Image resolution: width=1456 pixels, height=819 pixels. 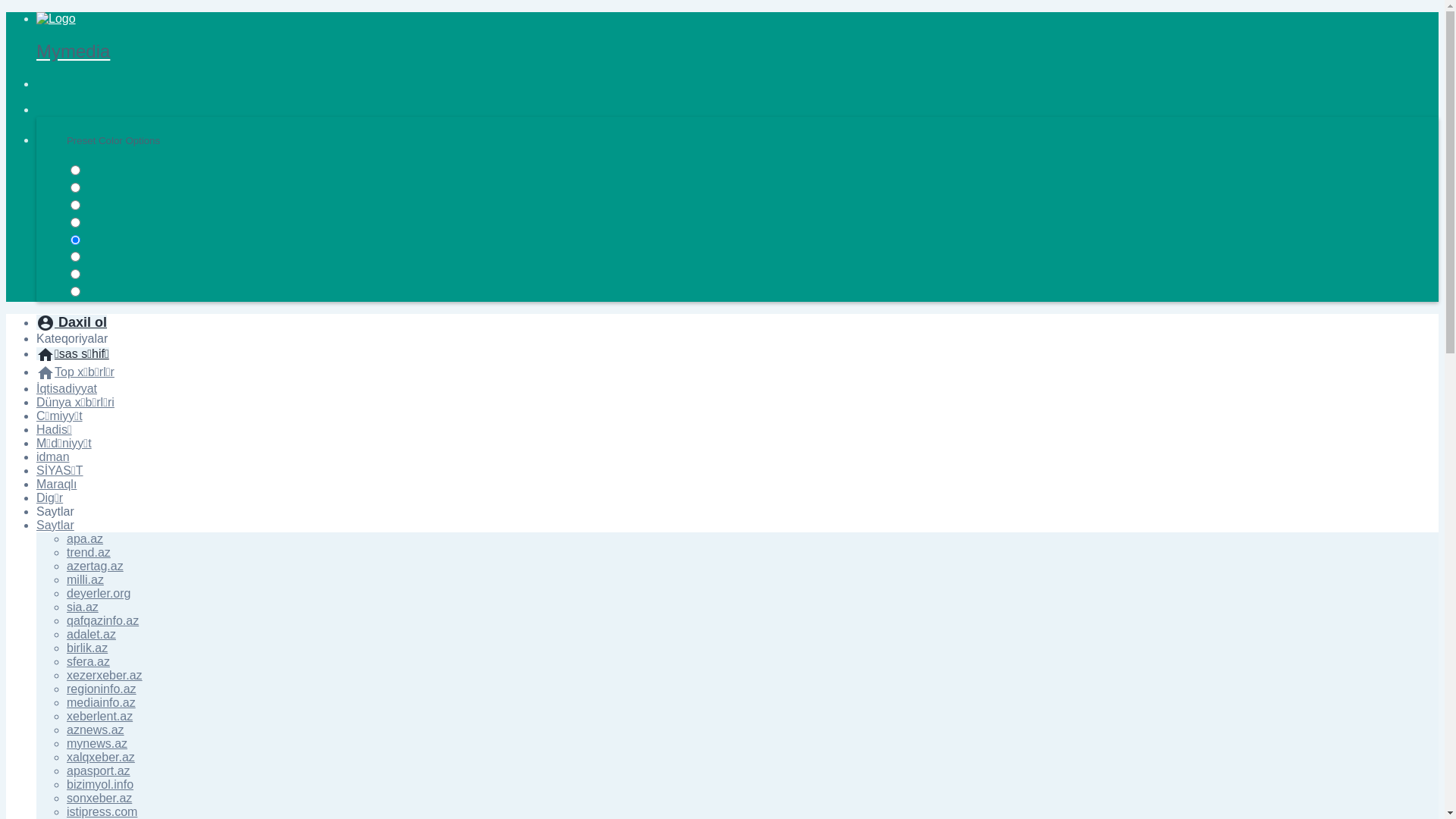 I want to click on 'account_circle, so click(x=71, y=321).